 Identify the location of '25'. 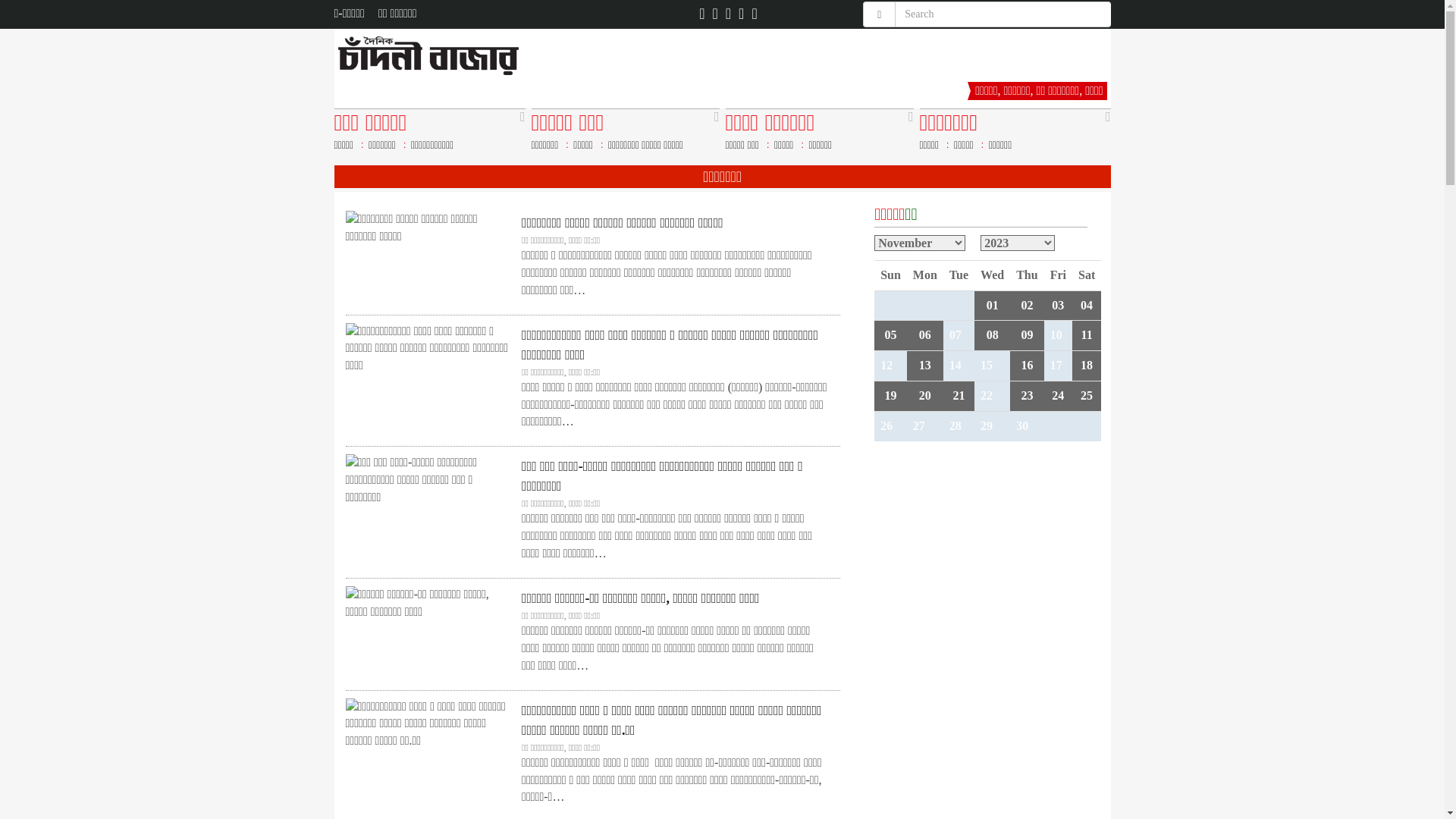
(1080, 394).